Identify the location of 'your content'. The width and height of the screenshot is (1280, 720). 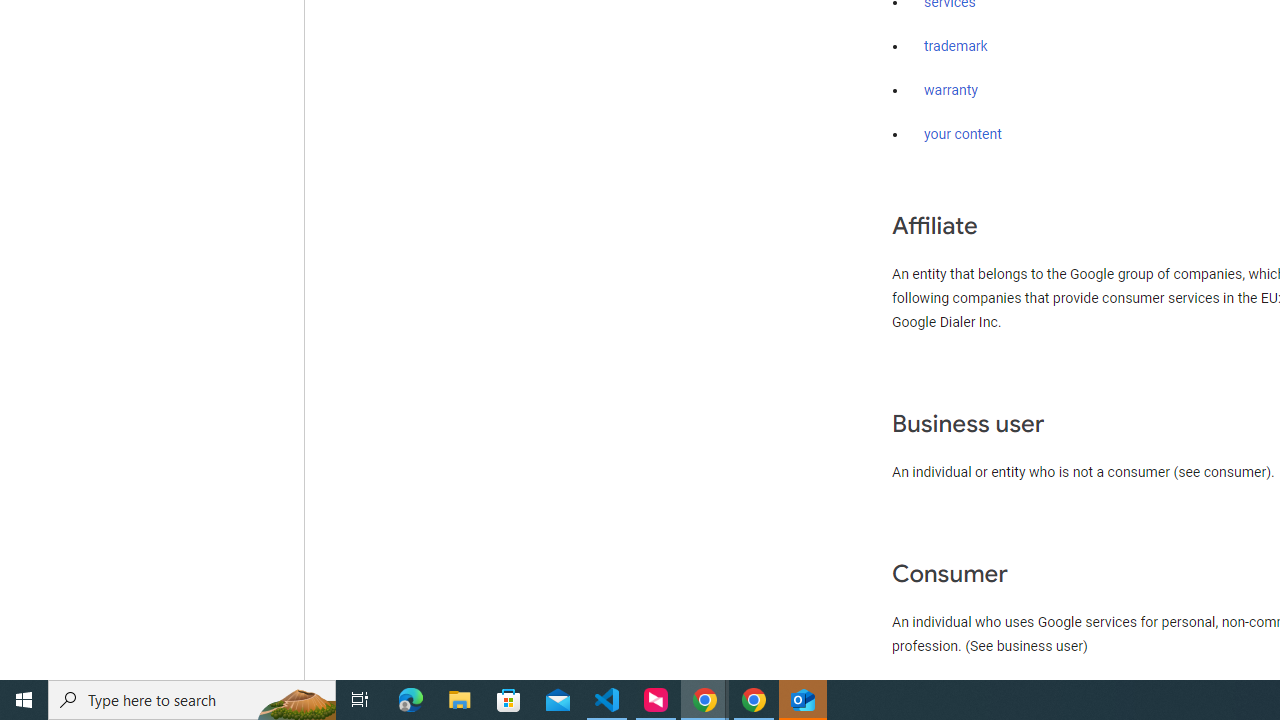
(963, 135).